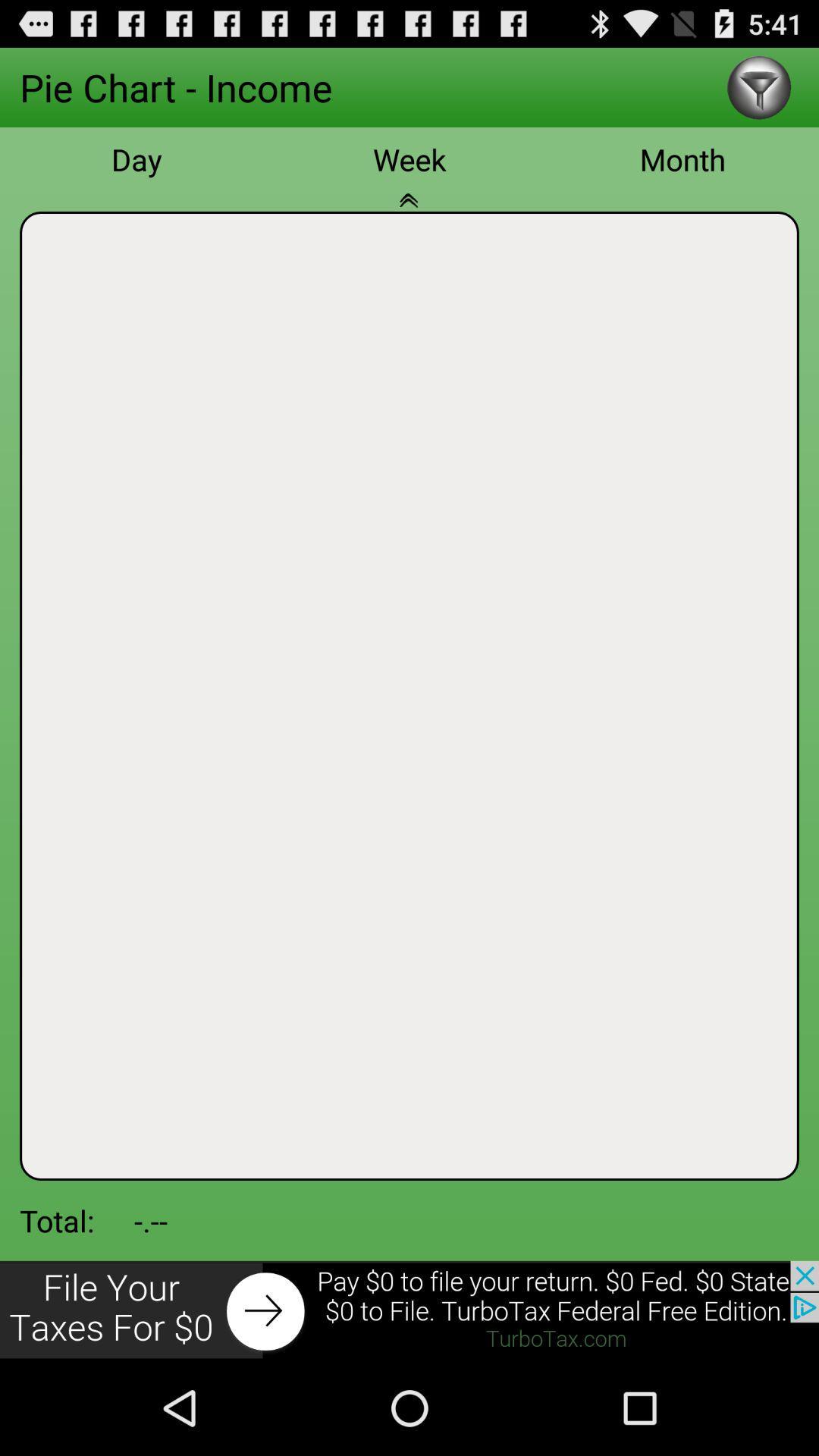 This screenshot has height=1456, width=819. What do you see at coordinates (409, 208) in the screenshot?
I see `move to different tab` at bounding box center [409, 208].